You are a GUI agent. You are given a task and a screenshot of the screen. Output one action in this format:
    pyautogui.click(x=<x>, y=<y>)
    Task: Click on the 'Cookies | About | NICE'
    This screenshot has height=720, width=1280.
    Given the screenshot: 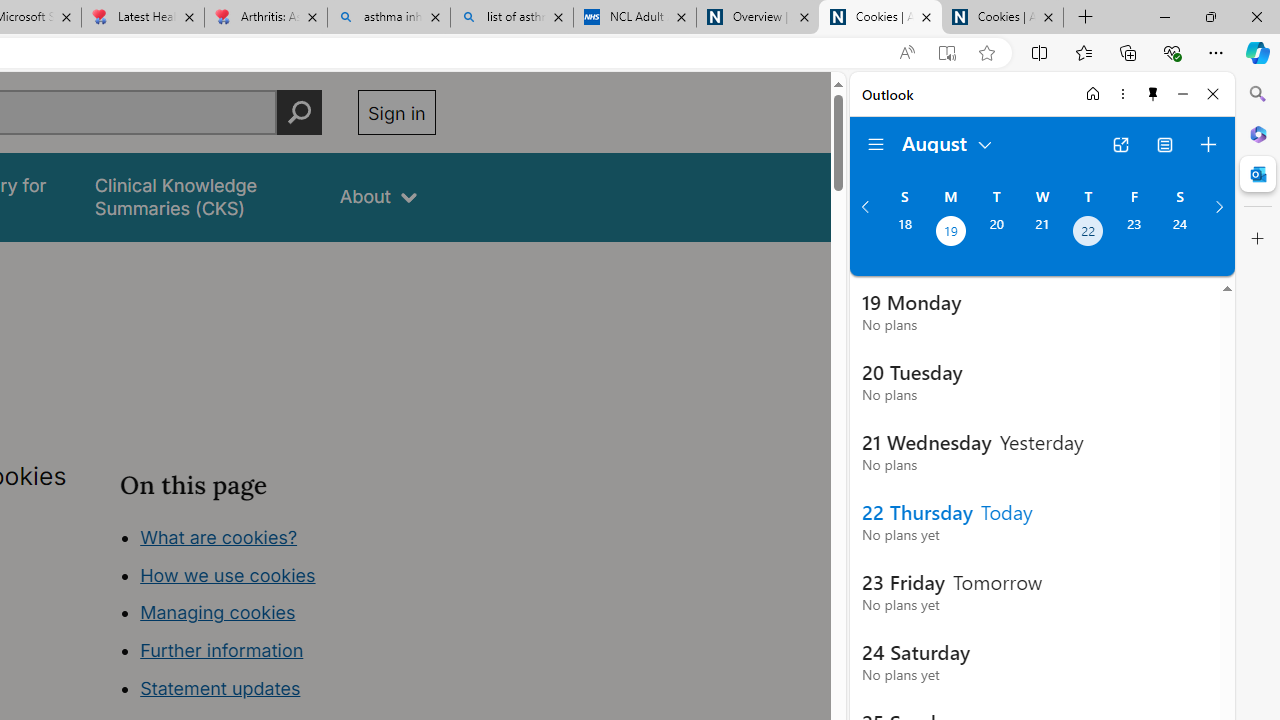 What is the action you would take?
    pyautogui.click(x=1002, y=17)
    